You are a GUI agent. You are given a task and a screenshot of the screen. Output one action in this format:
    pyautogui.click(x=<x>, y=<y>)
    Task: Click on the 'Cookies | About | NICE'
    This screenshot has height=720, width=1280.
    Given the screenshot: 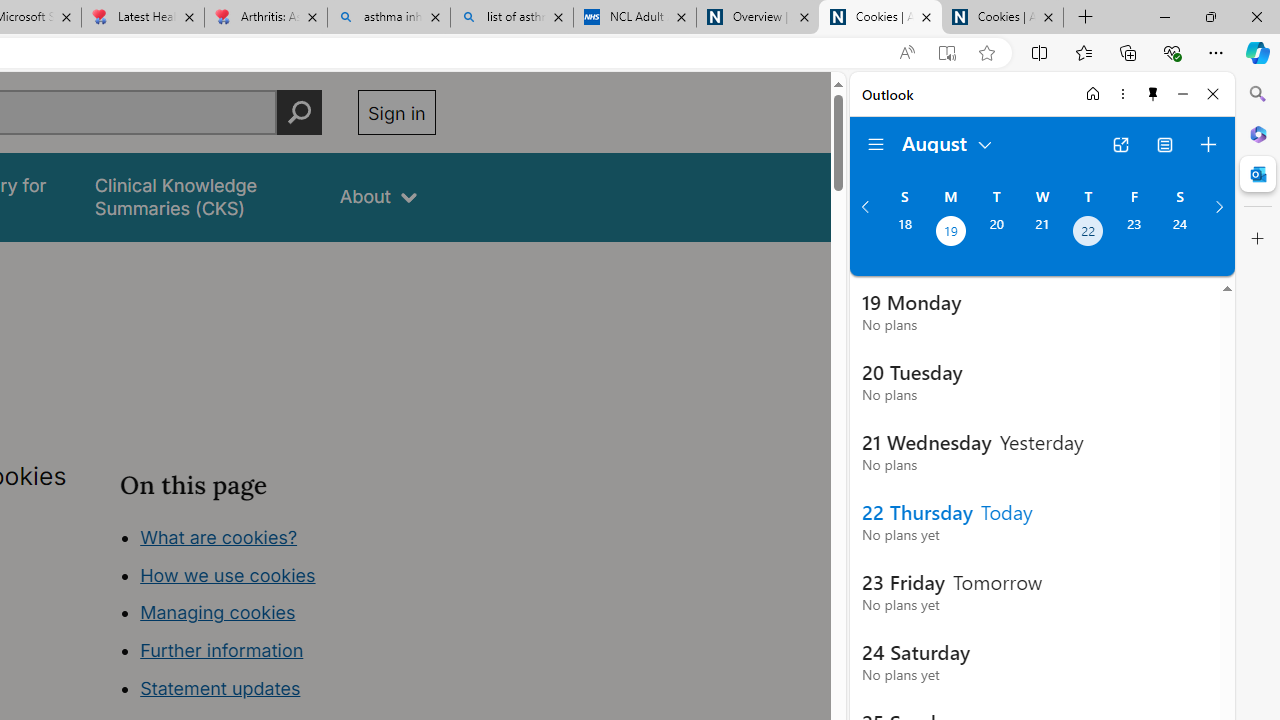 What is the action you would take?
    pyautogui.click(x=1002, y=17)
    